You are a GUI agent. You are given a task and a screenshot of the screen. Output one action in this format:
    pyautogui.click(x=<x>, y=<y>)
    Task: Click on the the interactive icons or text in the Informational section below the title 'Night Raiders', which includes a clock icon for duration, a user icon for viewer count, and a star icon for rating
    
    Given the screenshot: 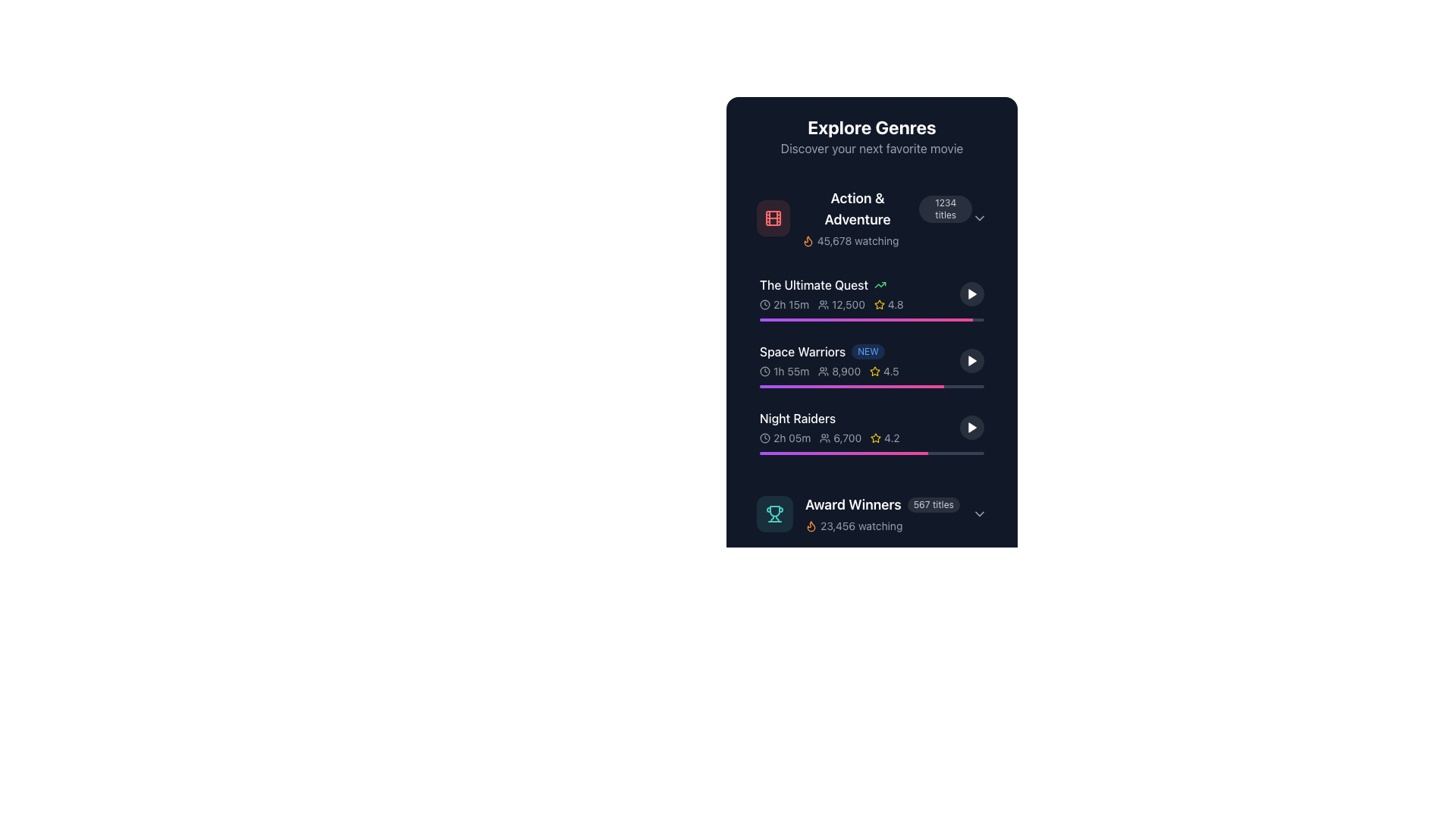 What is the action you would take?
    pyautogui.click(x=859, y=438)
    